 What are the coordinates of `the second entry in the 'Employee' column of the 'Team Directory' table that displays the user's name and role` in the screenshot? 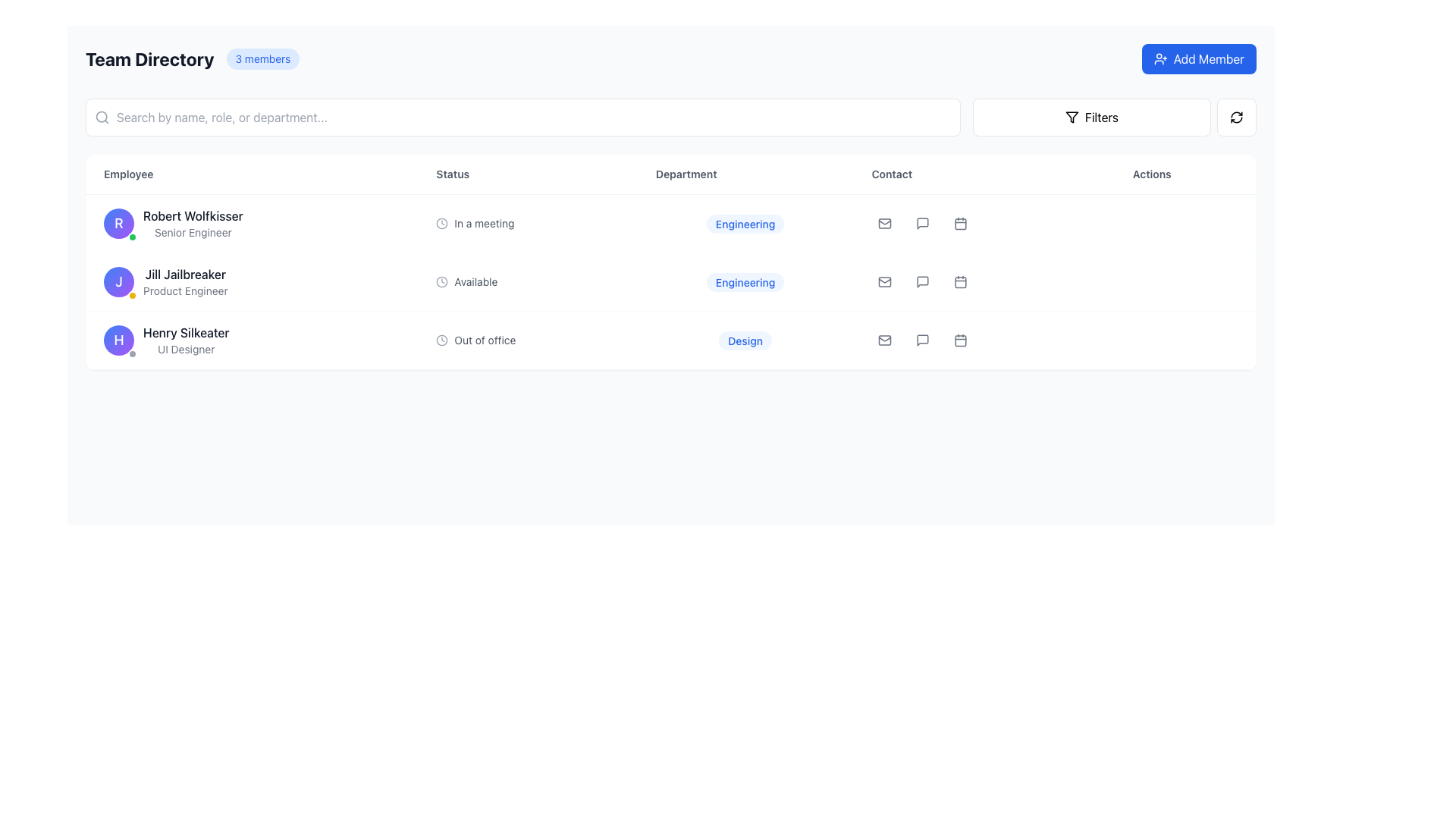 It's located at (252, 281).